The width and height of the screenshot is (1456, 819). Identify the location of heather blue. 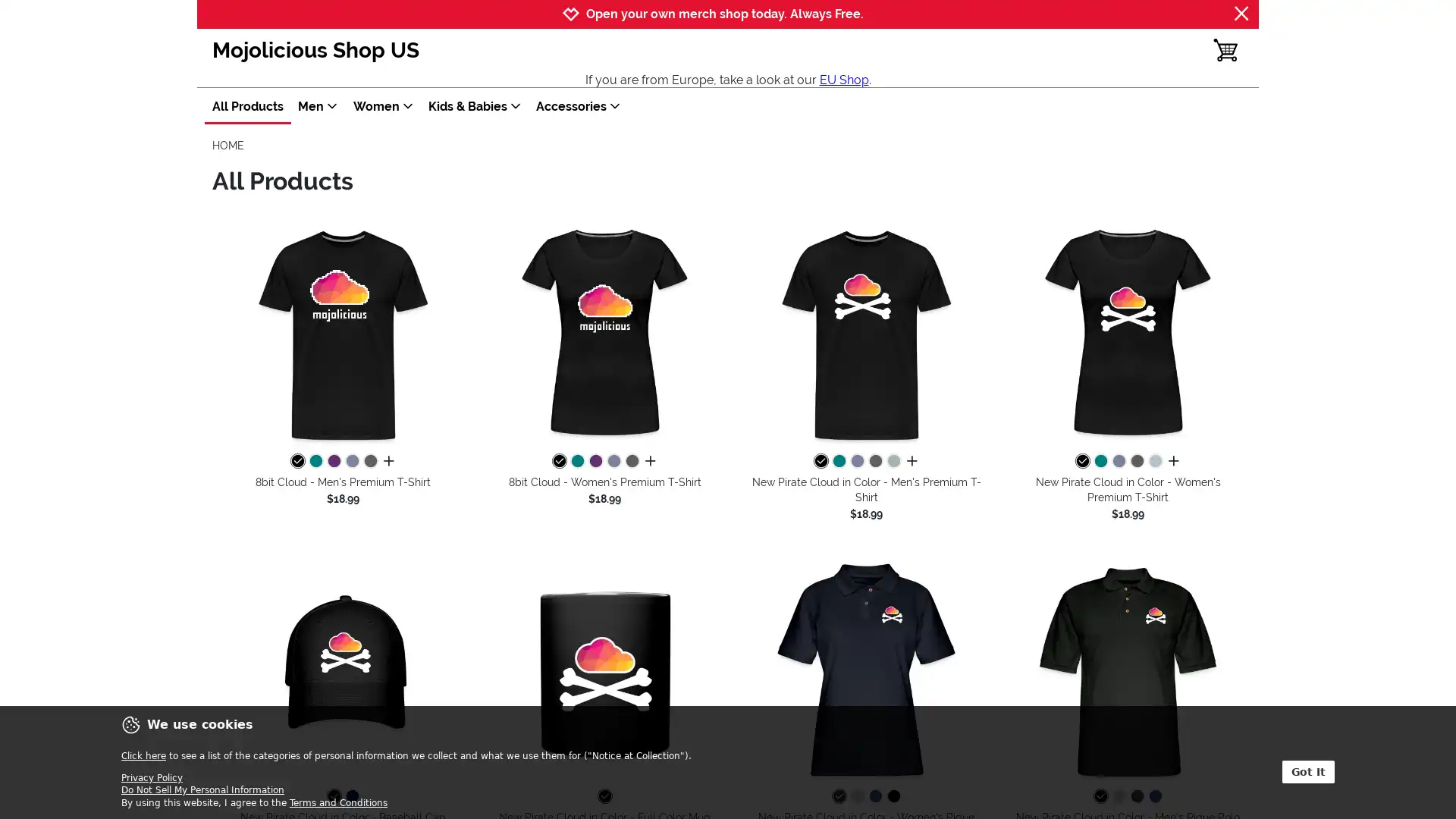
(1118, 461).